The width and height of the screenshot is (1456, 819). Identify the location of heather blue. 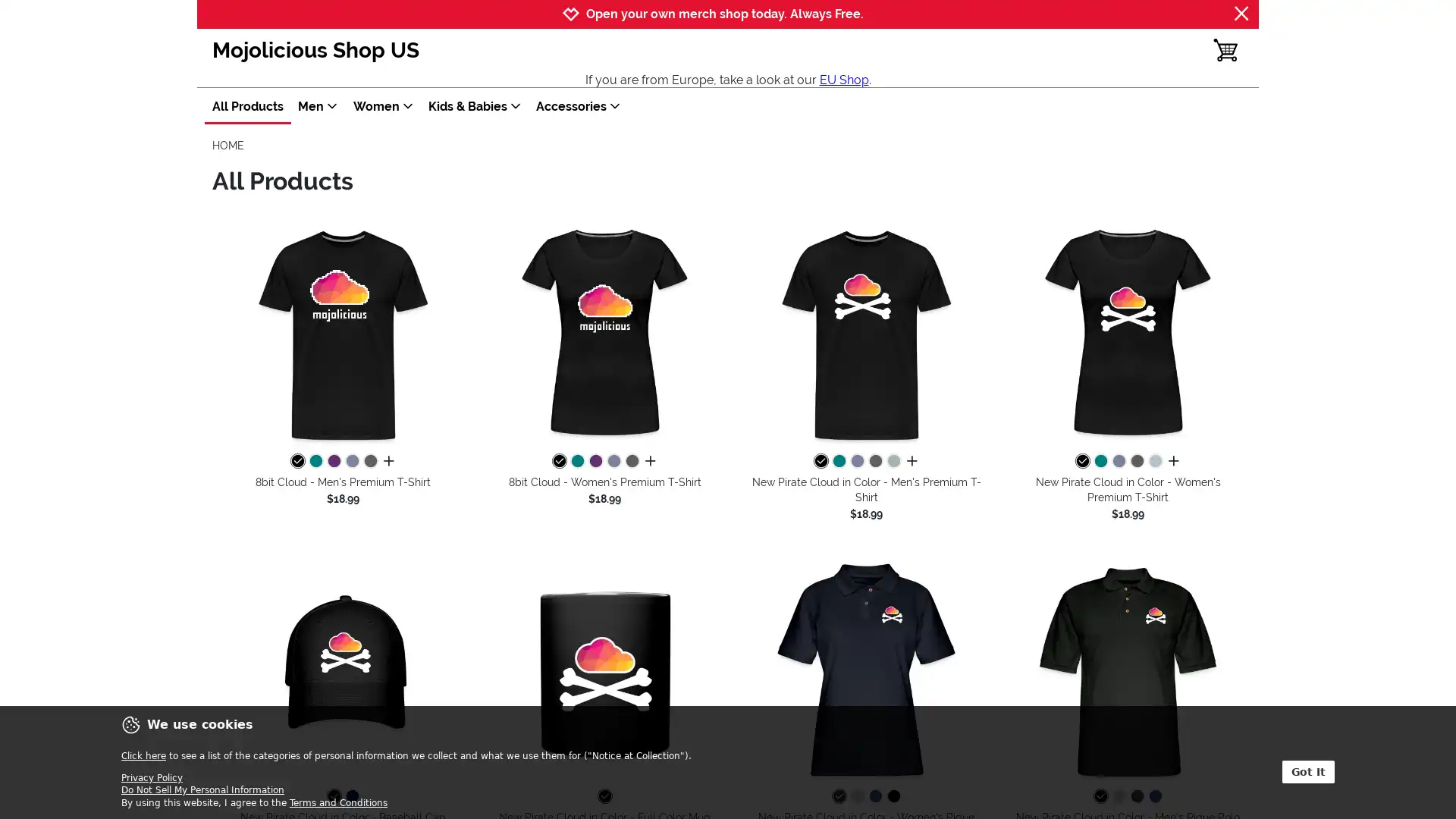
(1118, 461).